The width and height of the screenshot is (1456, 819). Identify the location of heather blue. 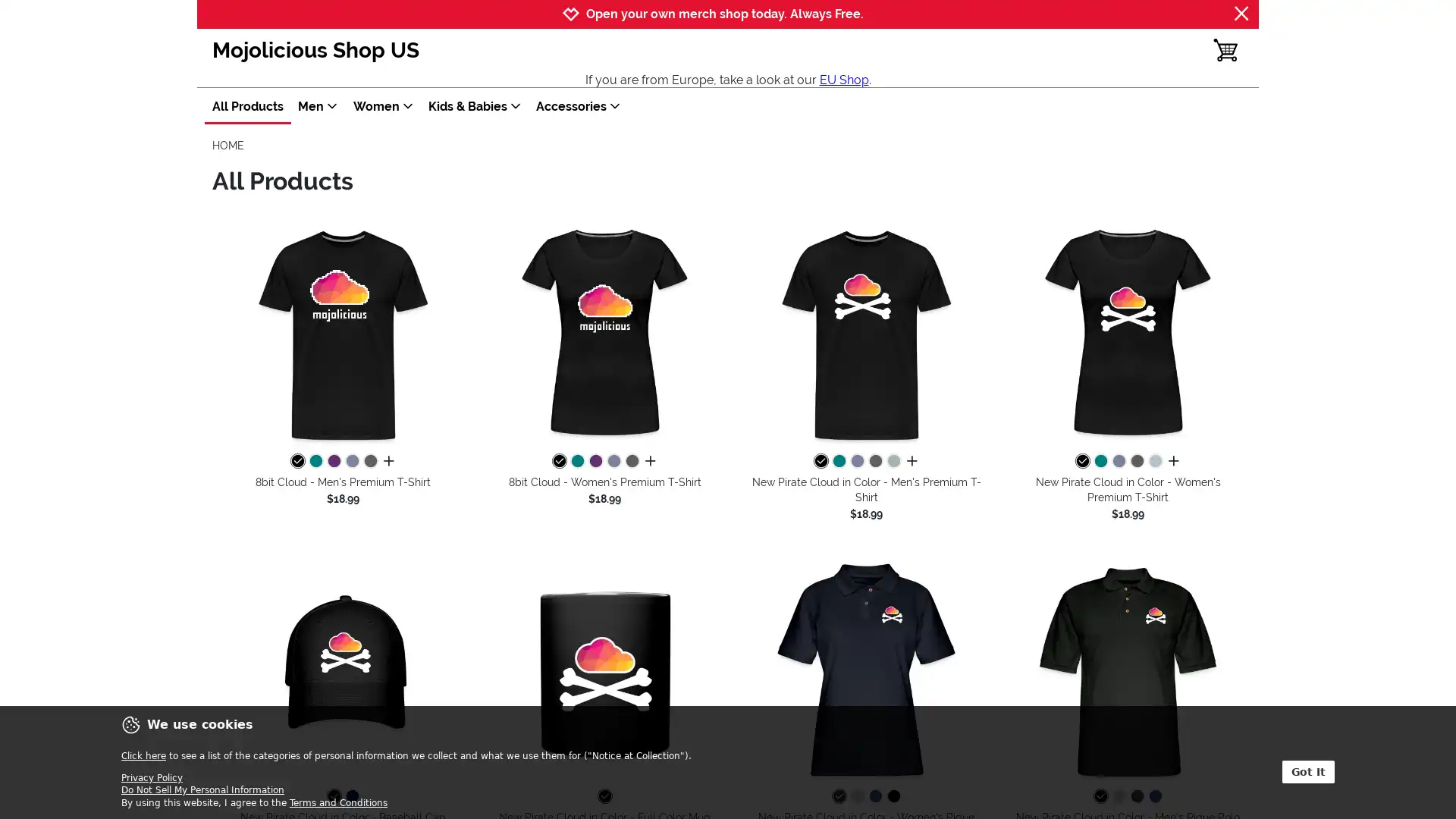
(1118, 461).